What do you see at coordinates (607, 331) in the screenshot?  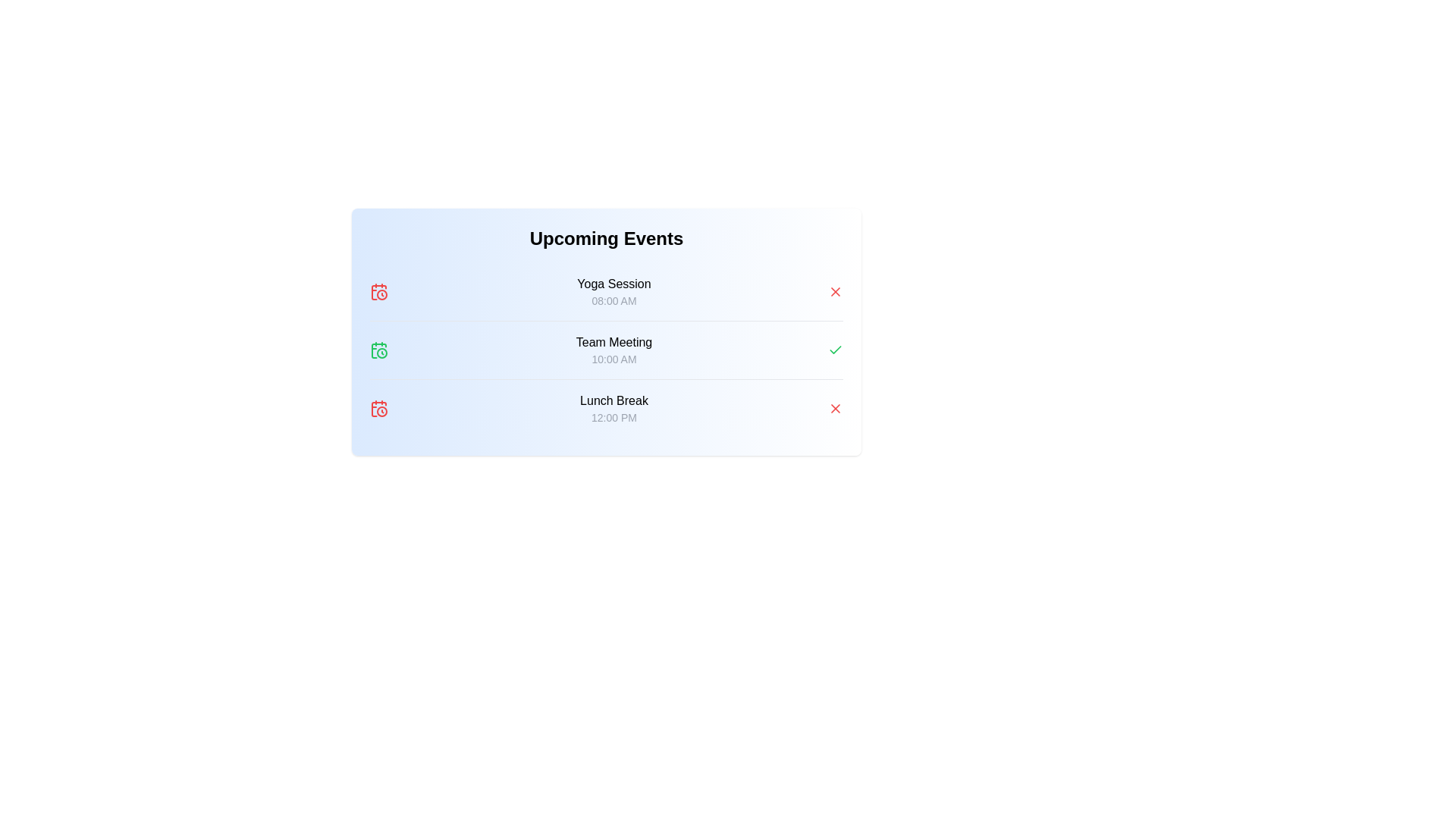 I see `the individual event icons in the 'Upcoming Events' section to modify or delete events` at bounding box center [607, 331].